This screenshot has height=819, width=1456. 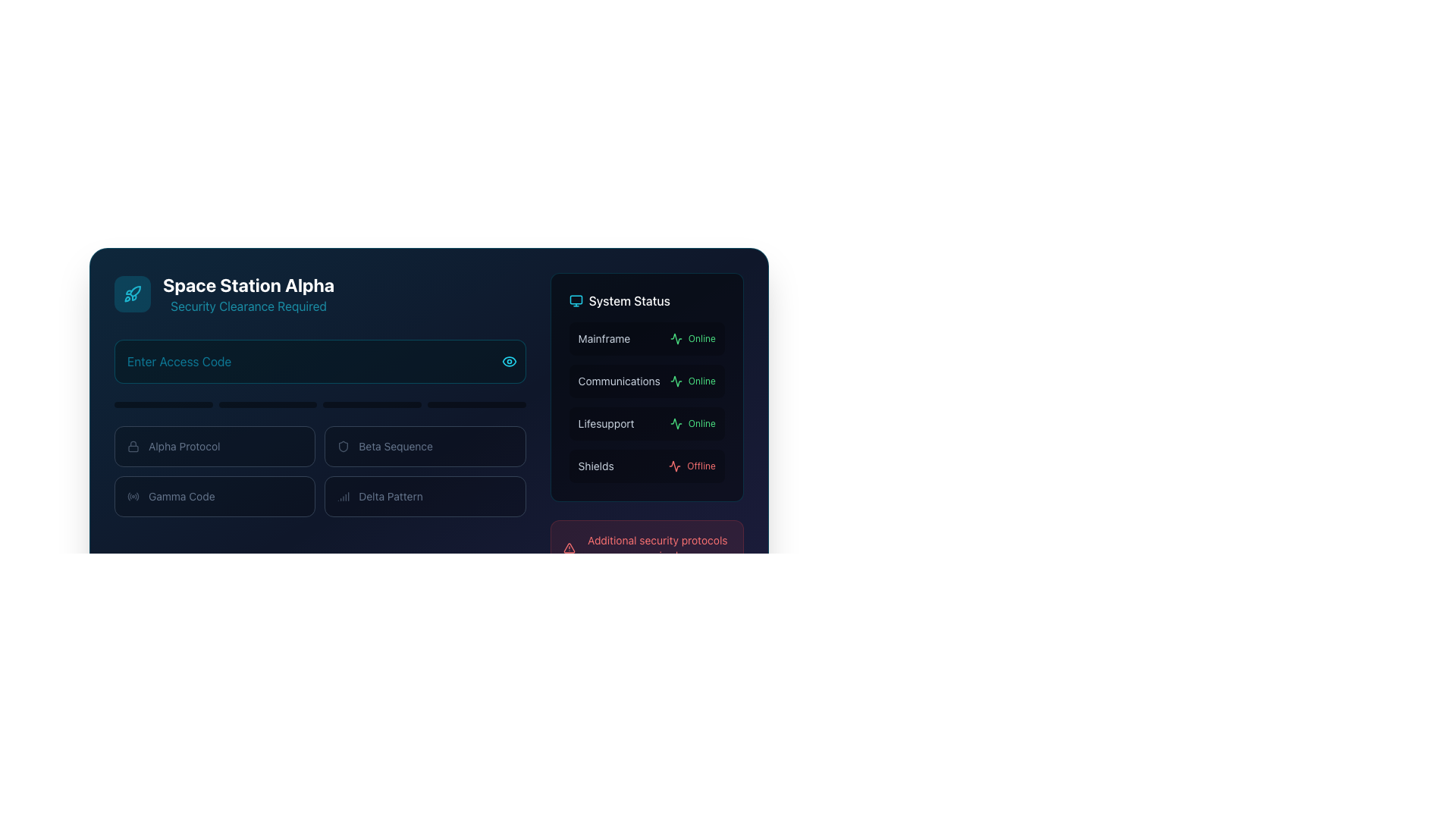 What do you see at coordinates (214, 446) in the screenshot?
I see `the button in the top-left section of the grid that is related to the 'Alpha Protocol' functionality to get more details` at bounding box center [214, 446].